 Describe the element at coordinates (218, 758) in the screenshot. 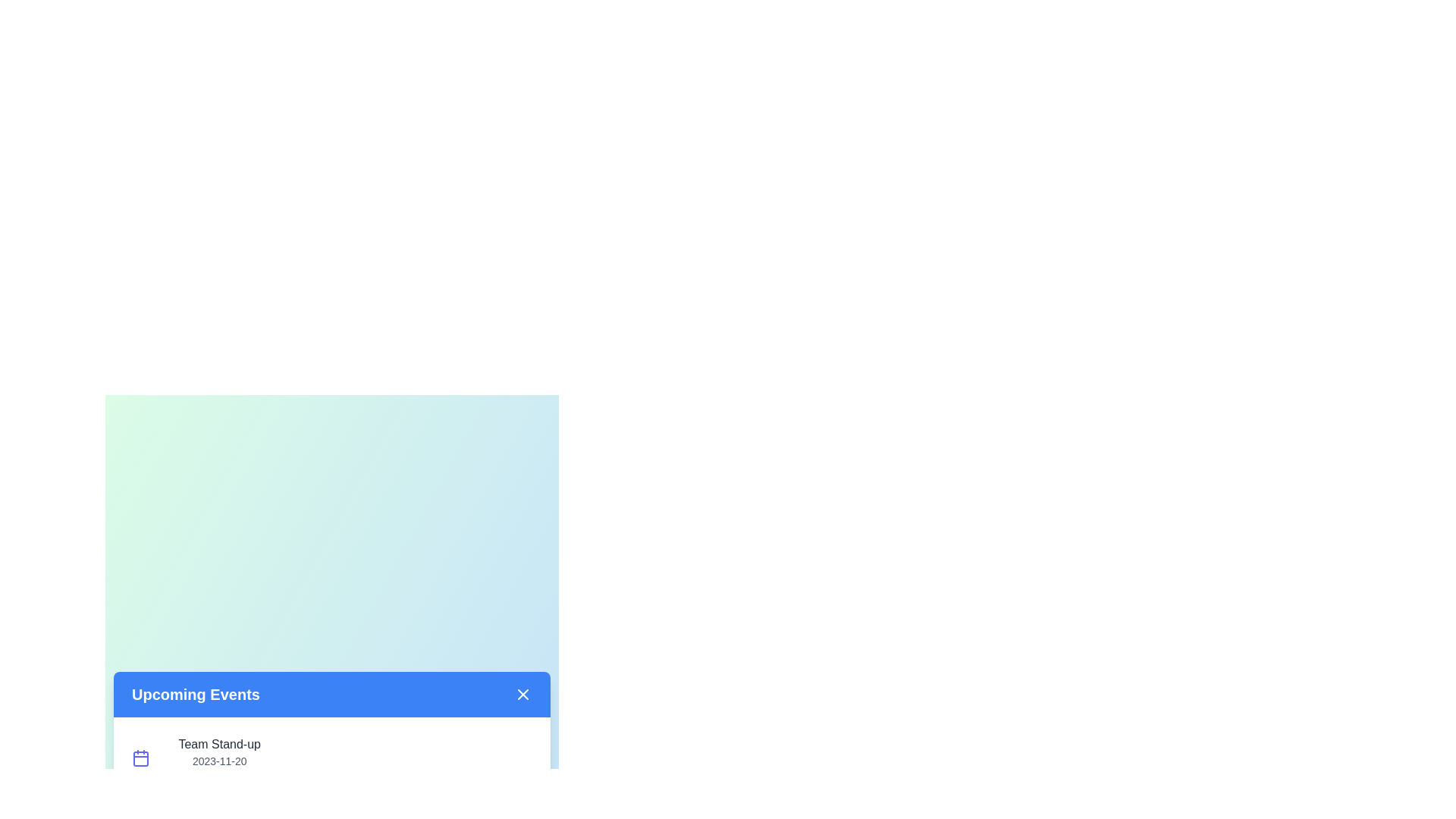

I see `the event details to select the text` at that location.